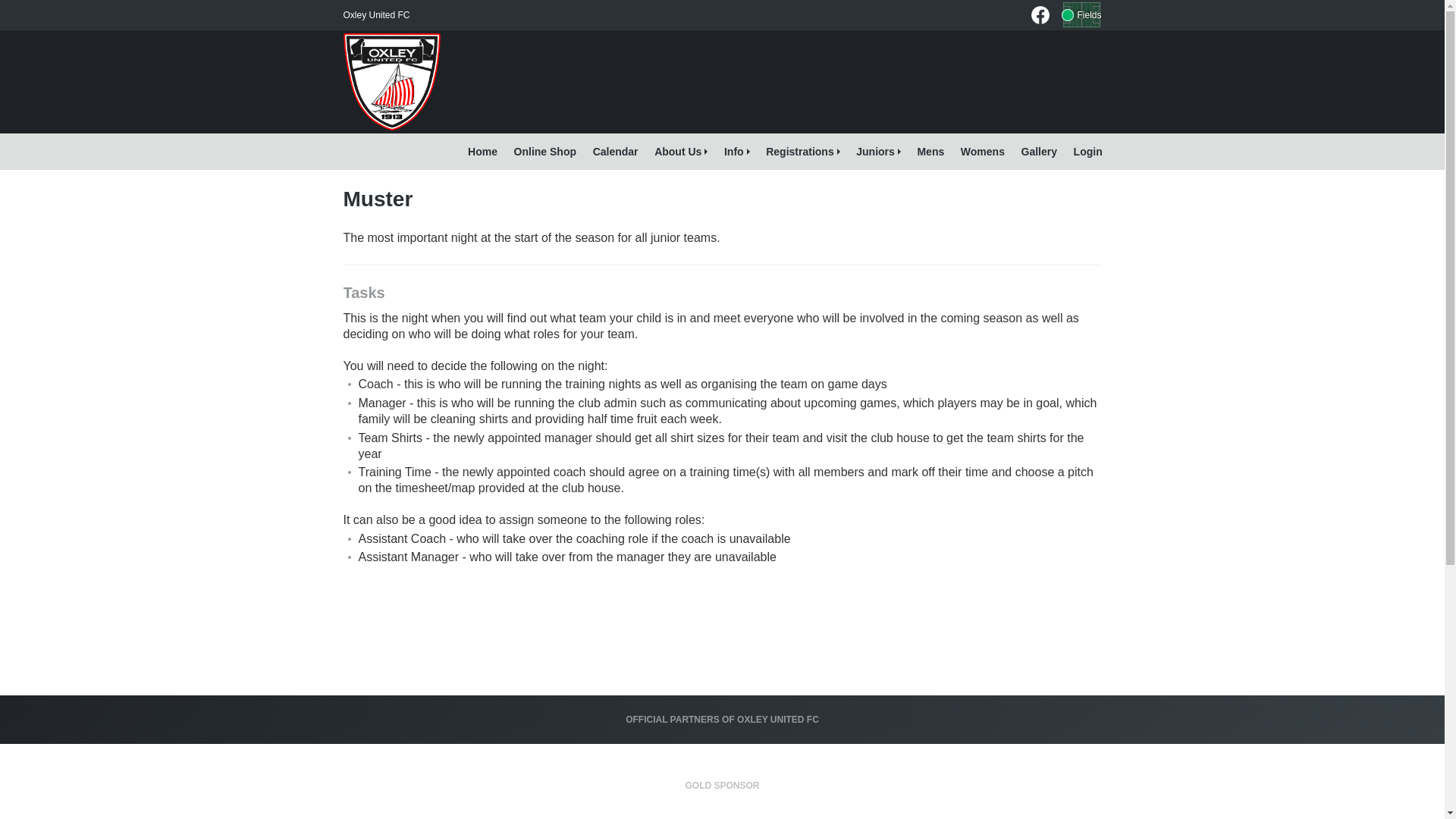 The height and width of the screenshot is (819, 1456). I want to click on 'Womens', so click(983, 152).